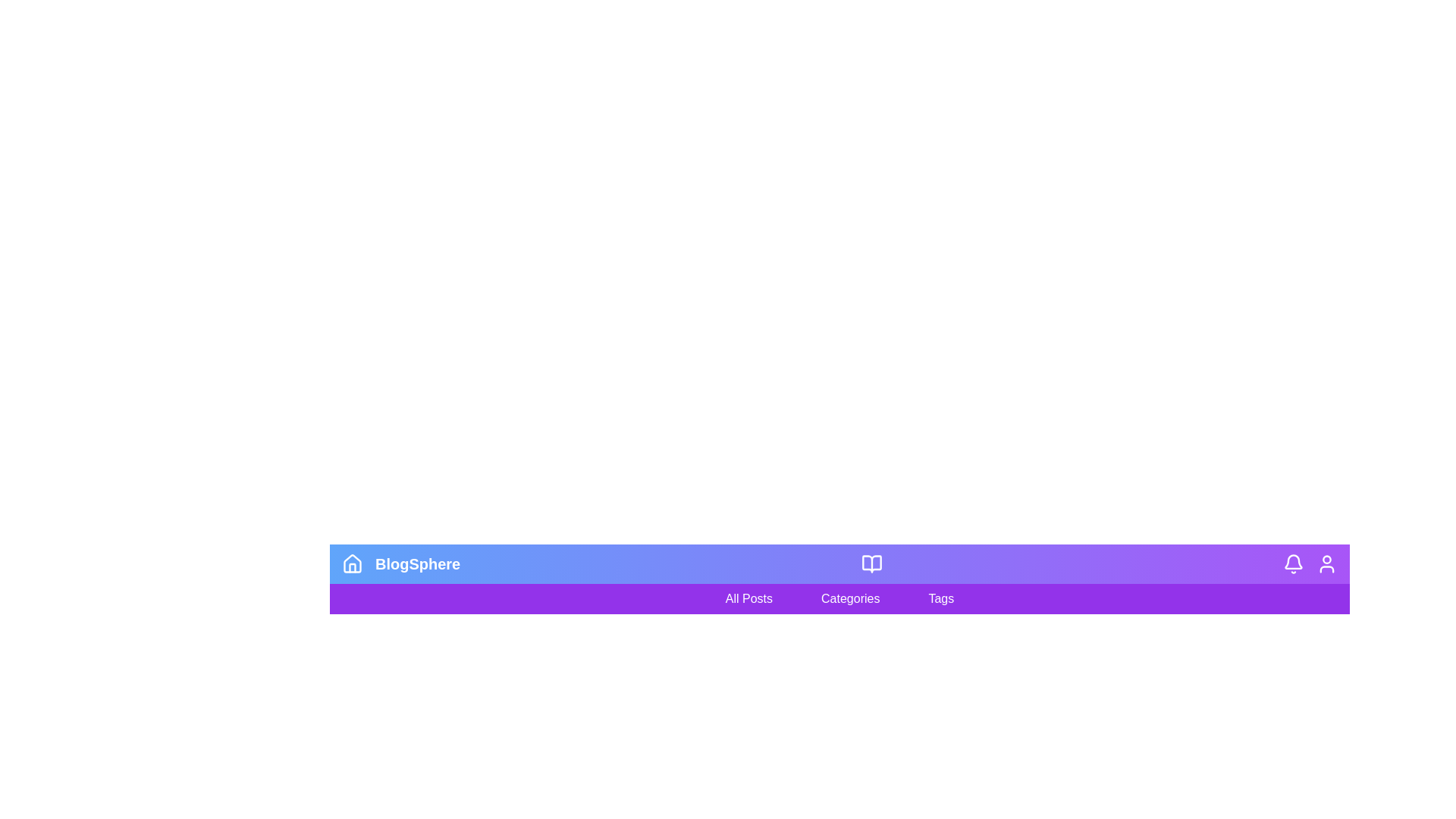  I want to click on the 'Categories' filter option to filter the content, so click(850, 598).